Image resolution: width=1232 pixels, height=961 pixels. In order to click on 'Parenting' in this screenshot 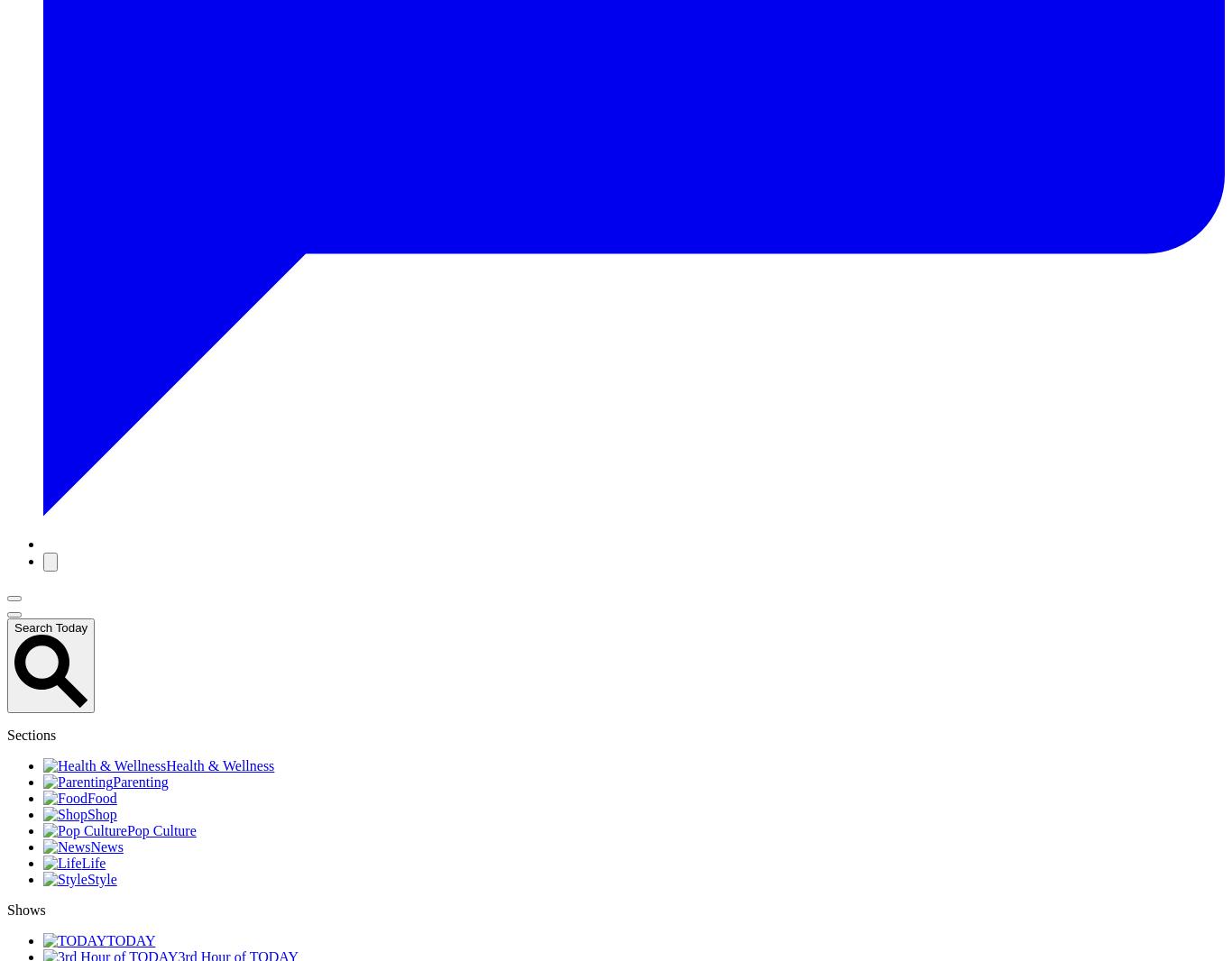, I will do `click(139, 782)`.